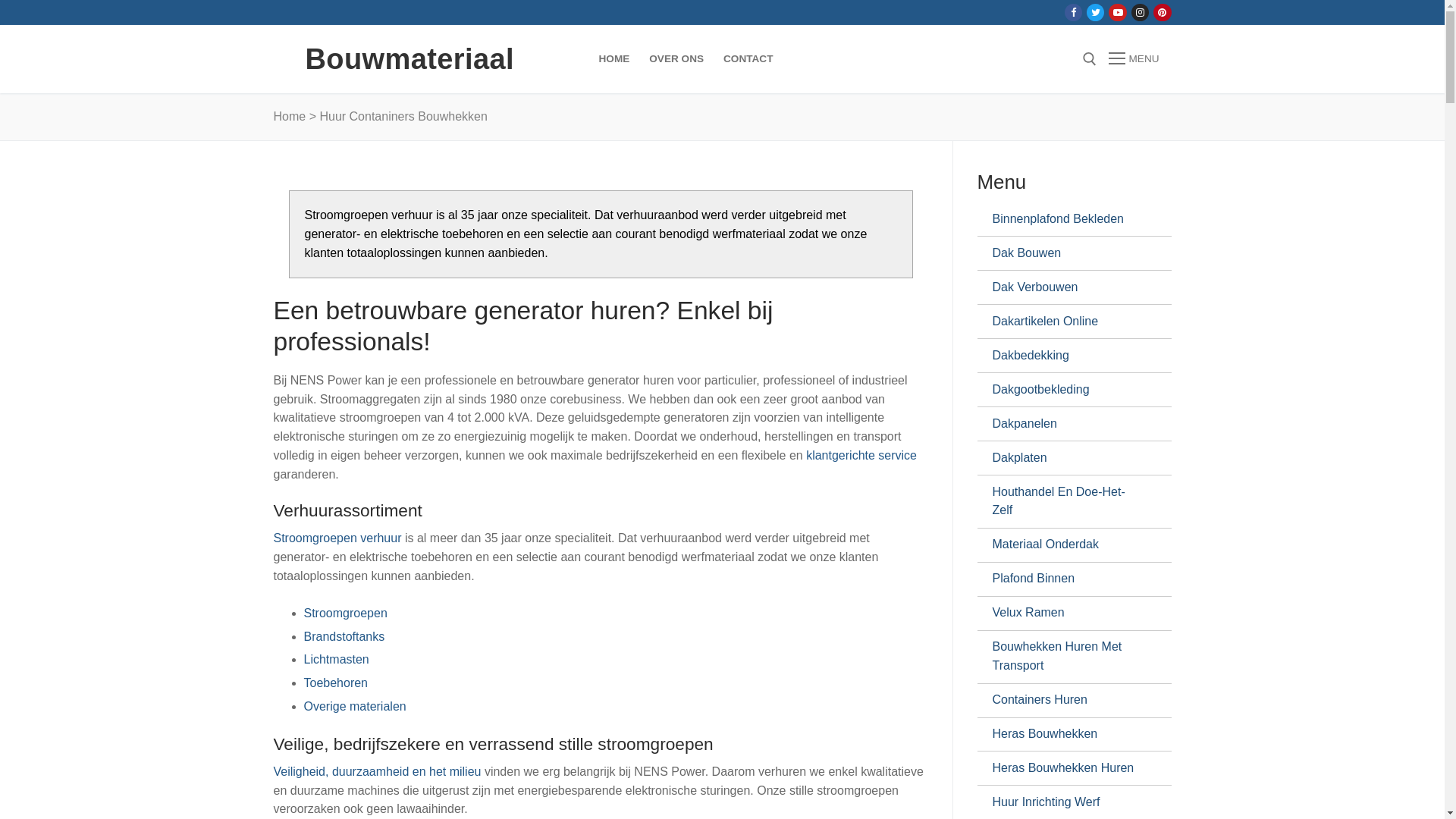  Describe the element at coordinates (344, 612) in the screenshot. I see `'Stroomgroepen'` at that location.